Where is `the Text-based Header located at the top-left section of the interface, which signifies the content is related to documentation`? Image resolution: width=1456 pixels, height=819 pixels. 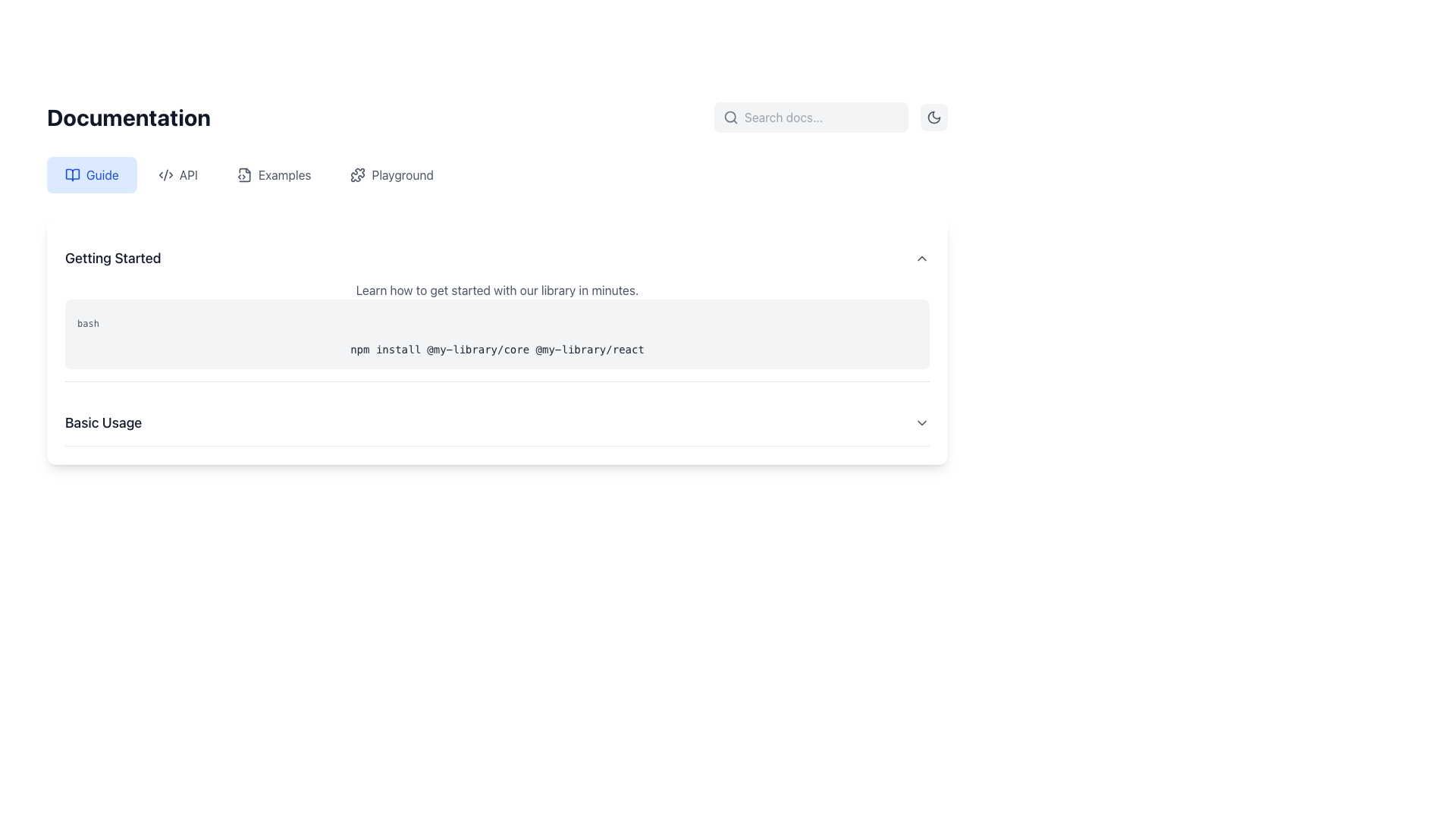 the Text-based Header located at the top-left section of the interface, which signifies the content is related to documentation is located at coordinates (129, 116).